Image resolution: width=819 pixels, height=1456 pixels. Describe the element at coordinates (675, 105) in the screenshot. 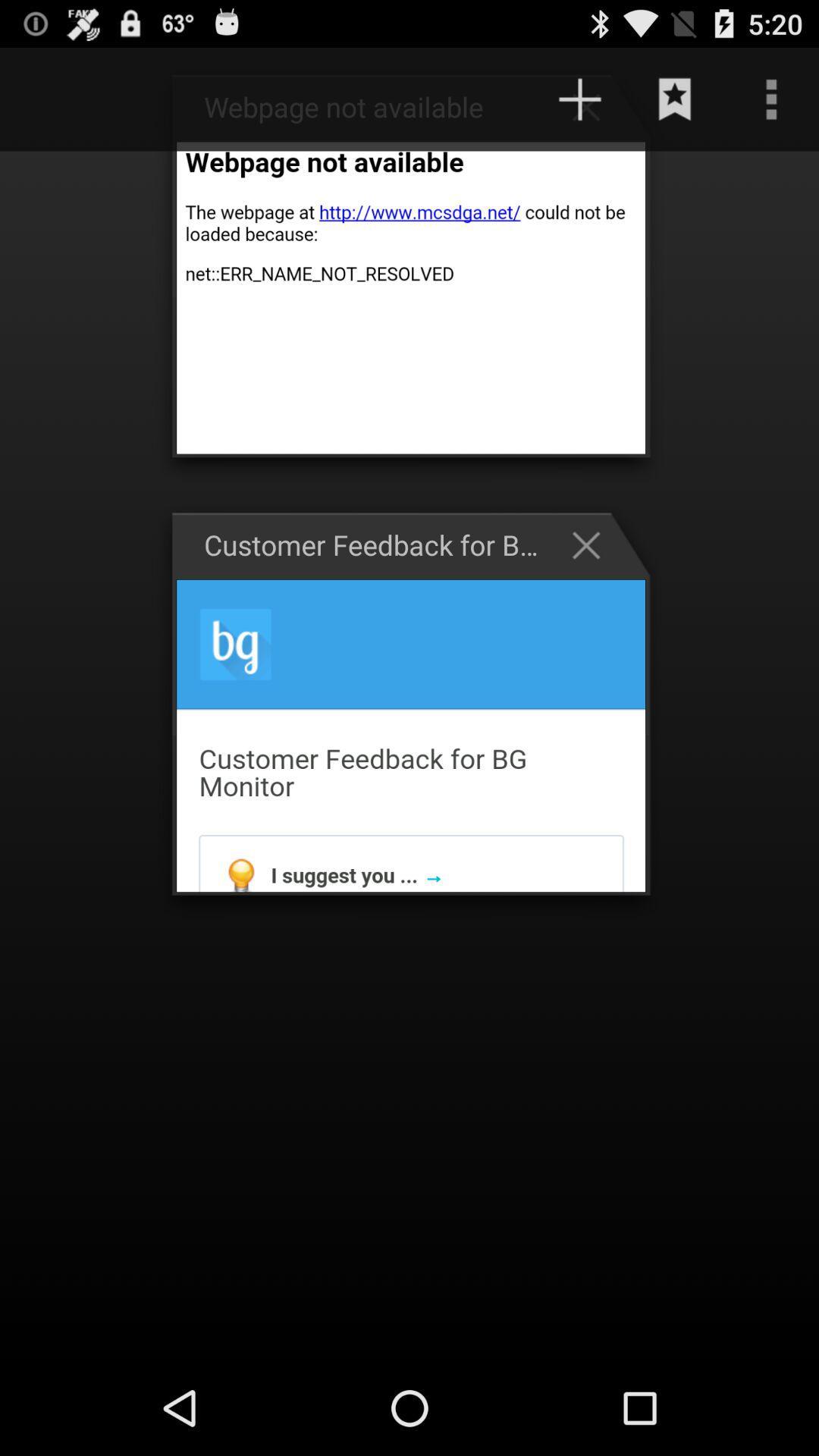

I see `the bookmark icon` at that location.